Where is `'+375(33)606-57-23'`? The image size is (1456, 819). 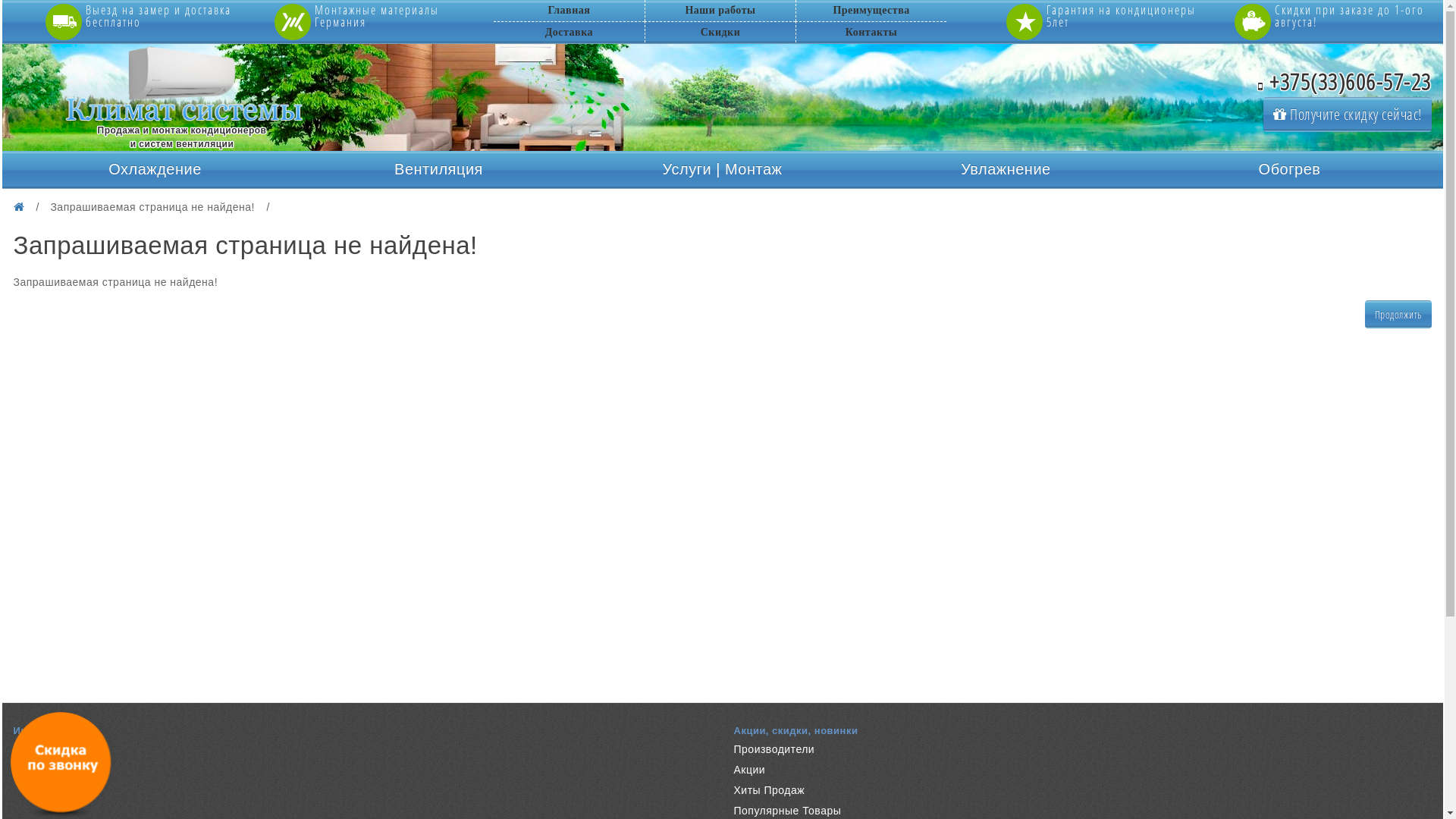
'+375(33)606-57-23' is located at coordinates (1345, 81).